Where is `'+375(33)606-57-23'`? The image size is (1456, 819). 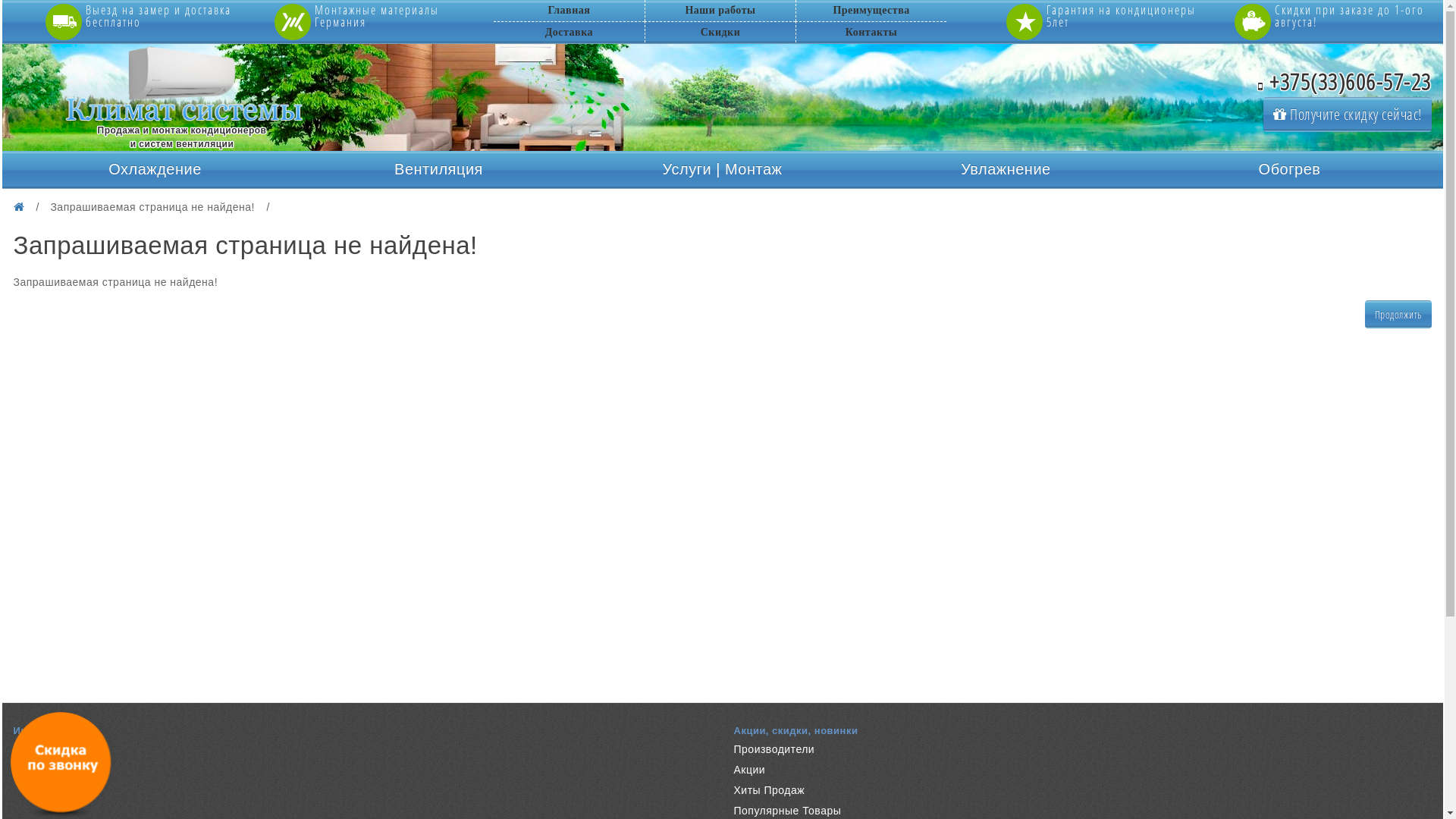
'+375(33)606-57-23' is located at coordinates (1345, 81).